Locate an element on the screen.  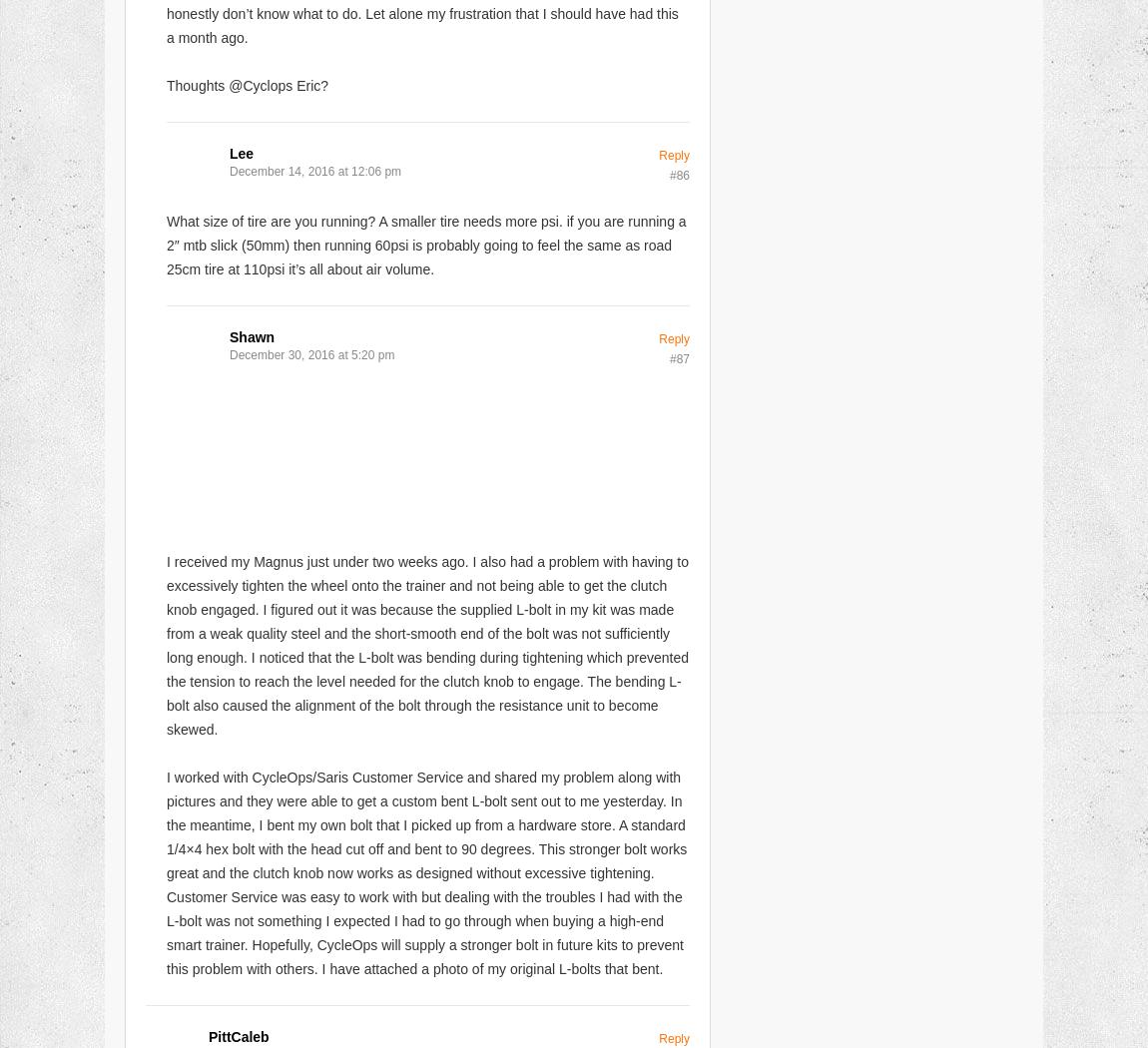
'PittCaleb' is located at coordinates (237, 1035).